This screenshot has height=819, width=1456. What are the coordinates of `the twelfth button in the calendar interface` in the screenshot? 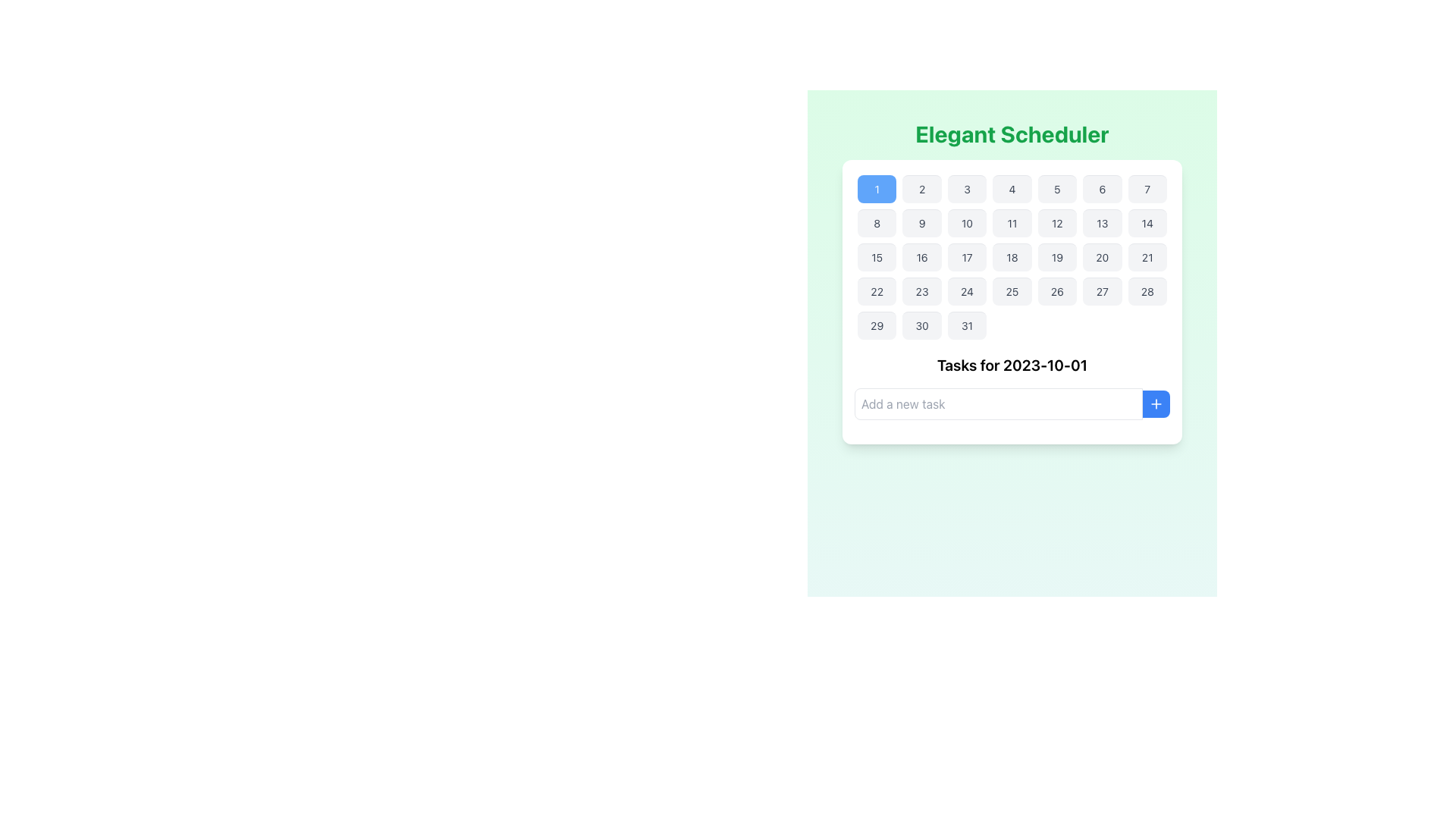 It's located at (1056, 223).